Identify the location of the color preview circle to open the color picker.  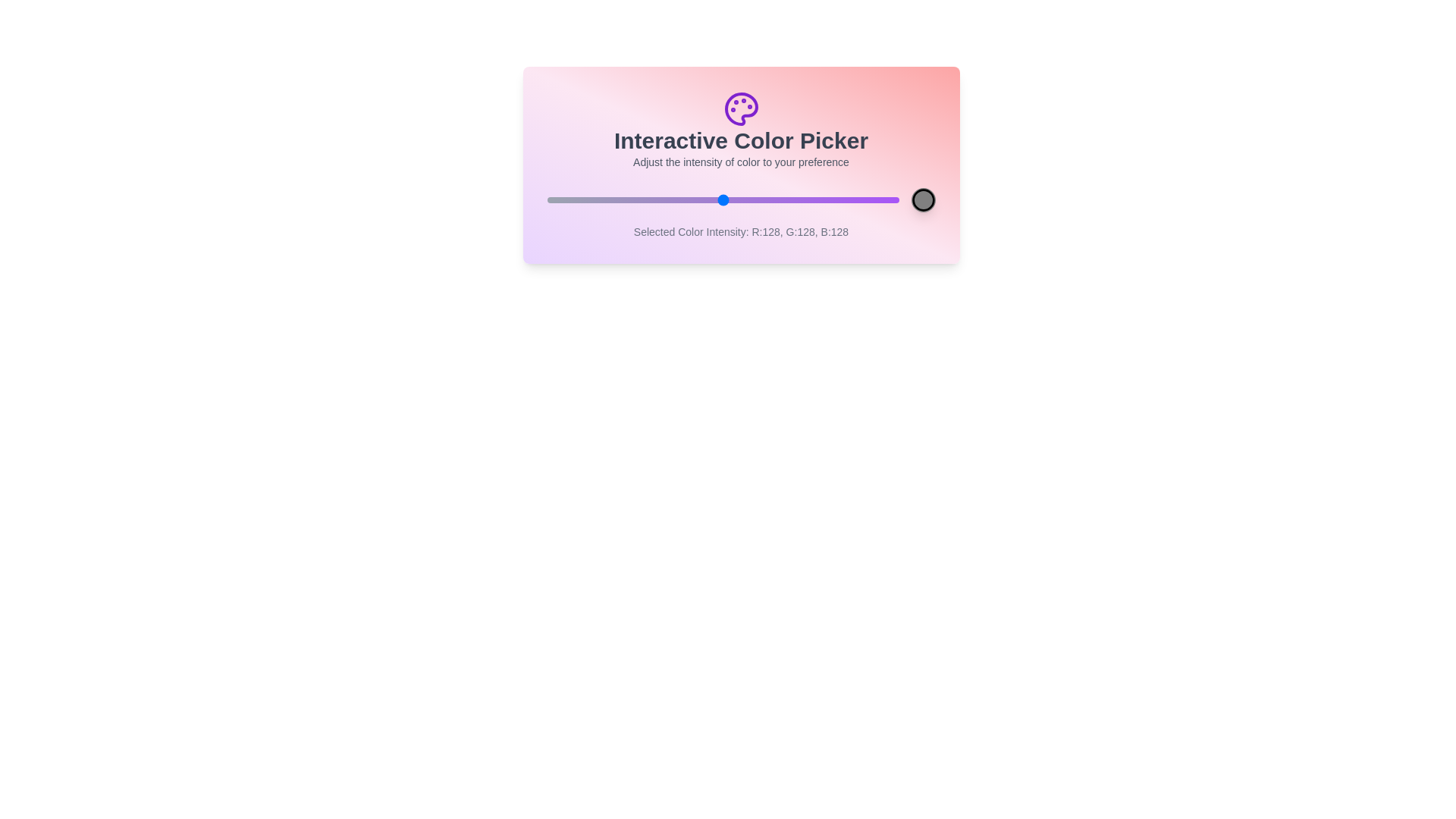
(922, 199).